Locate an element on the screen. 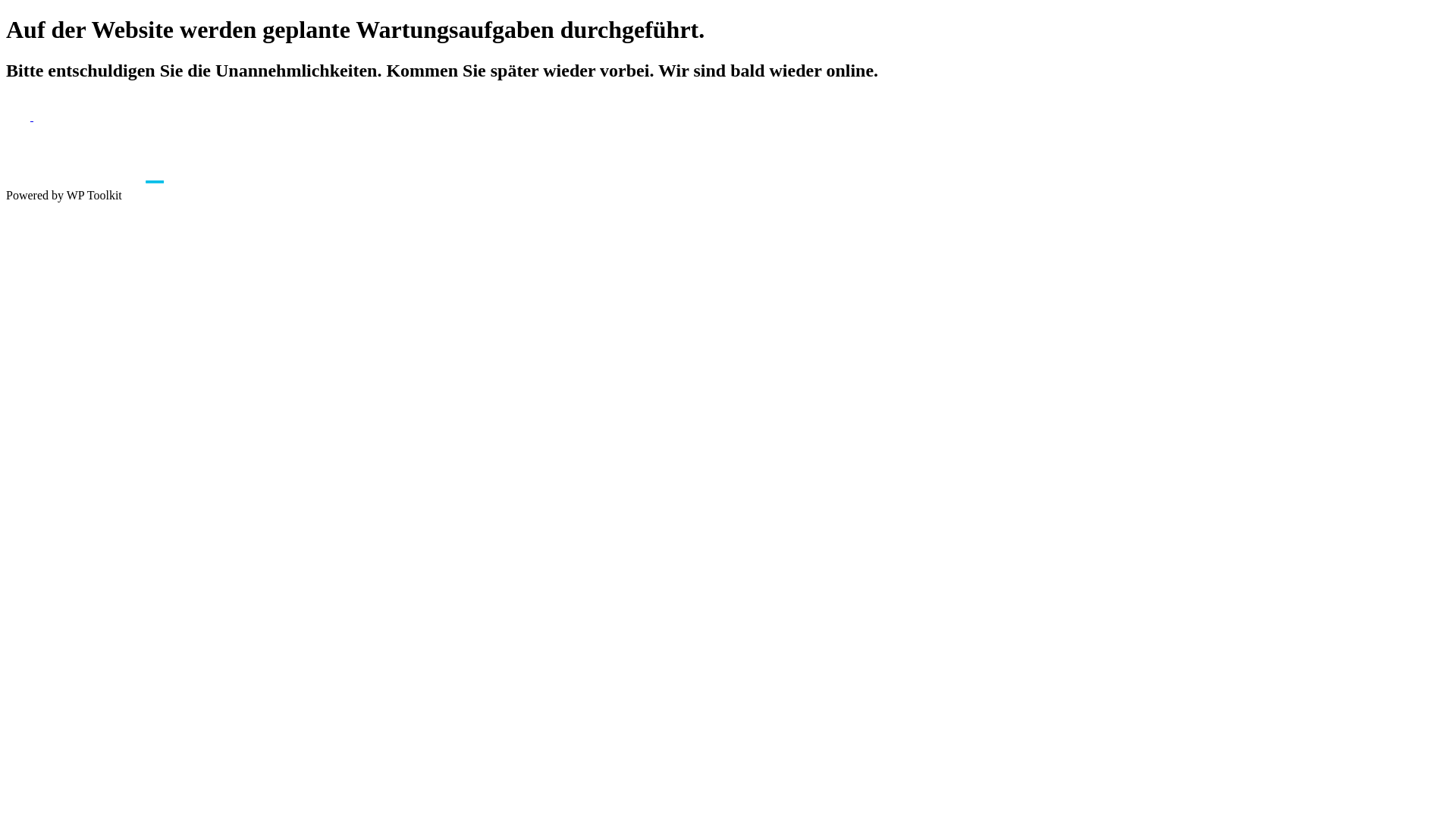 The height and width of the screenshot is (819, 1456). 'Facebook' is located at coordinates (19, 115).